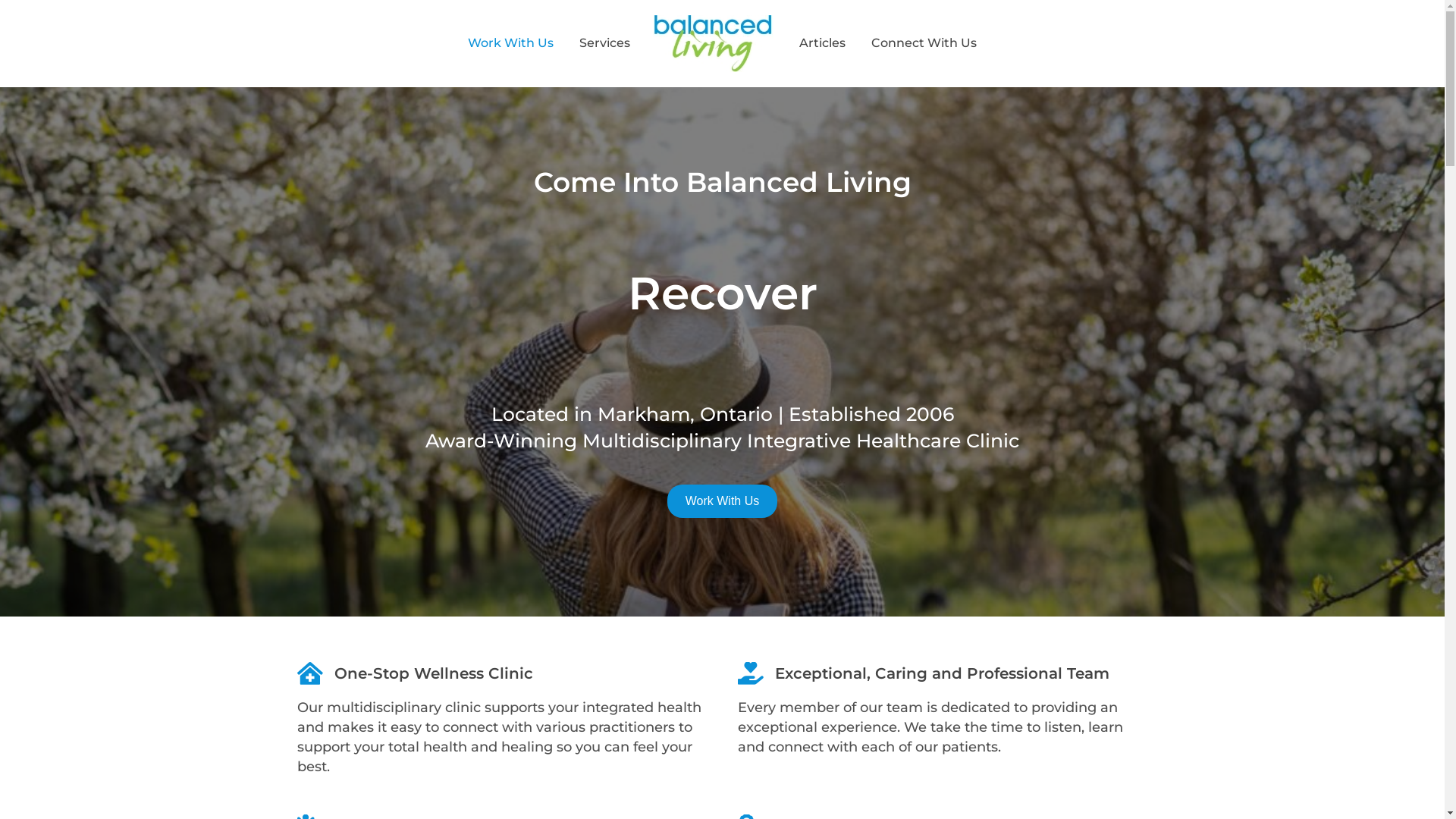  I want to click on 'Articles', so click(787, 42).